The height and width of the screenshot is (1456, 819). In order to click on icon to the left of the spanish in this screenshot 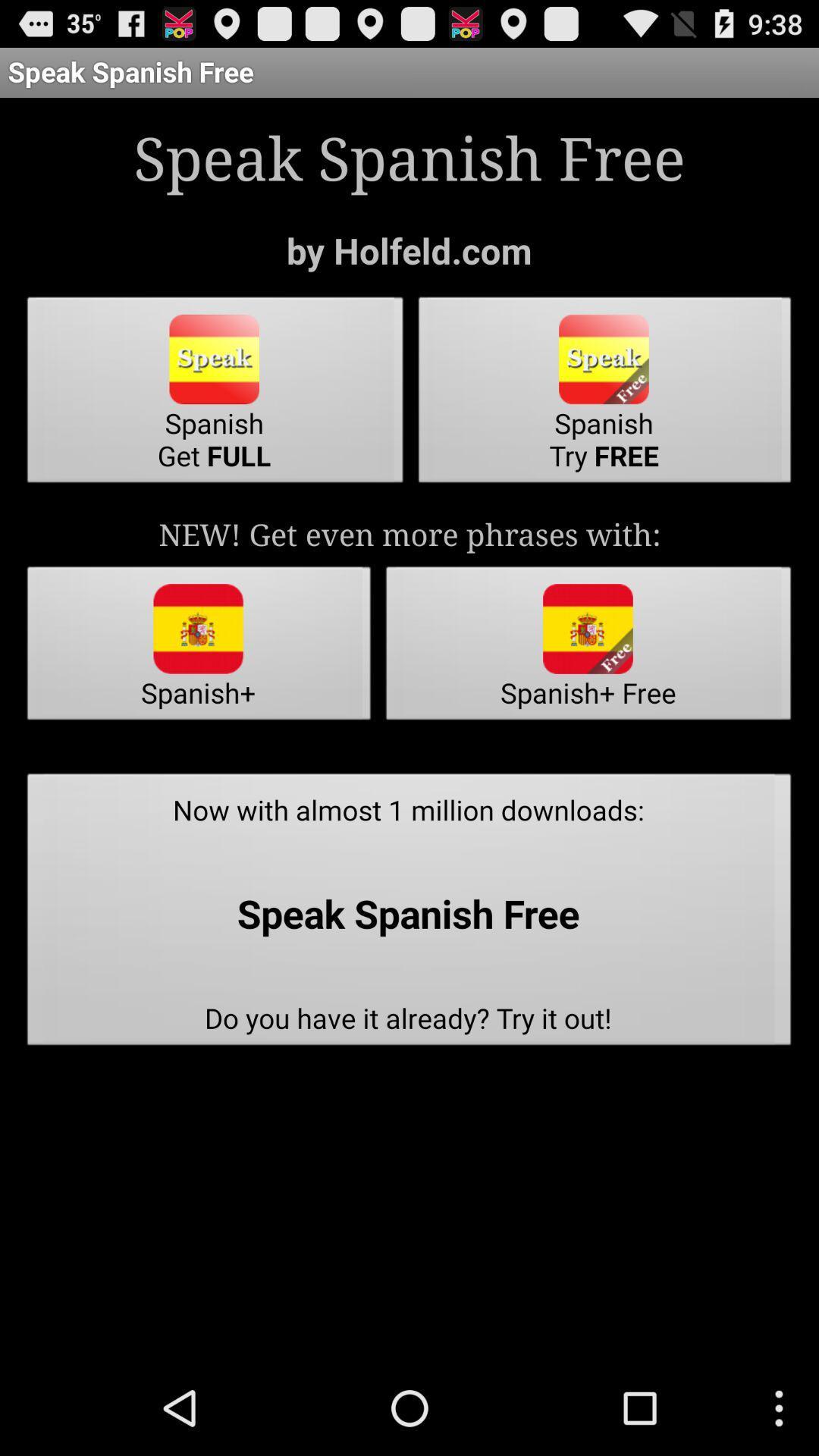, I will do `click(215, 394)`.